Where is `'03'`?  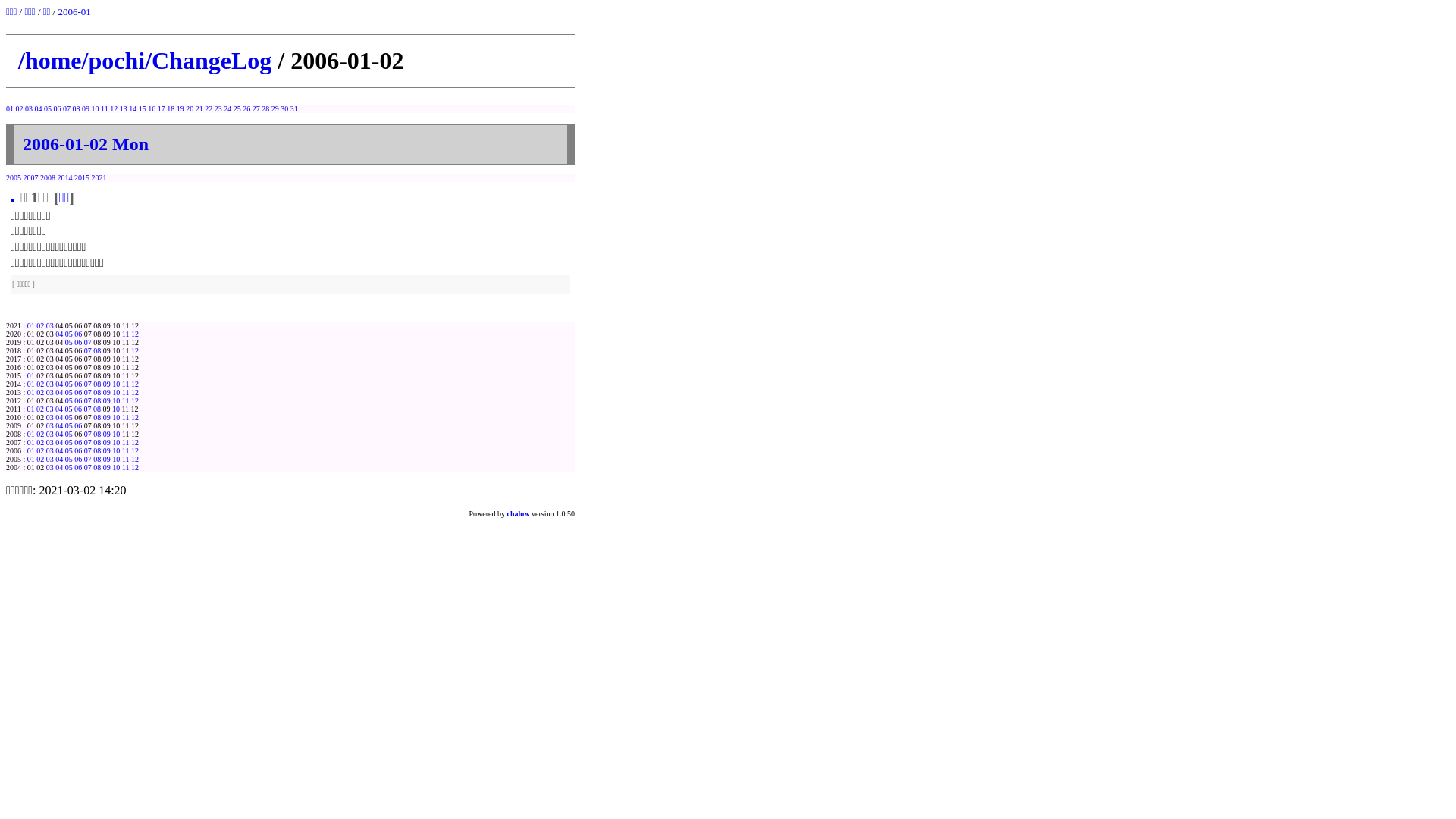 '03' is located at coordinates (49, 408).